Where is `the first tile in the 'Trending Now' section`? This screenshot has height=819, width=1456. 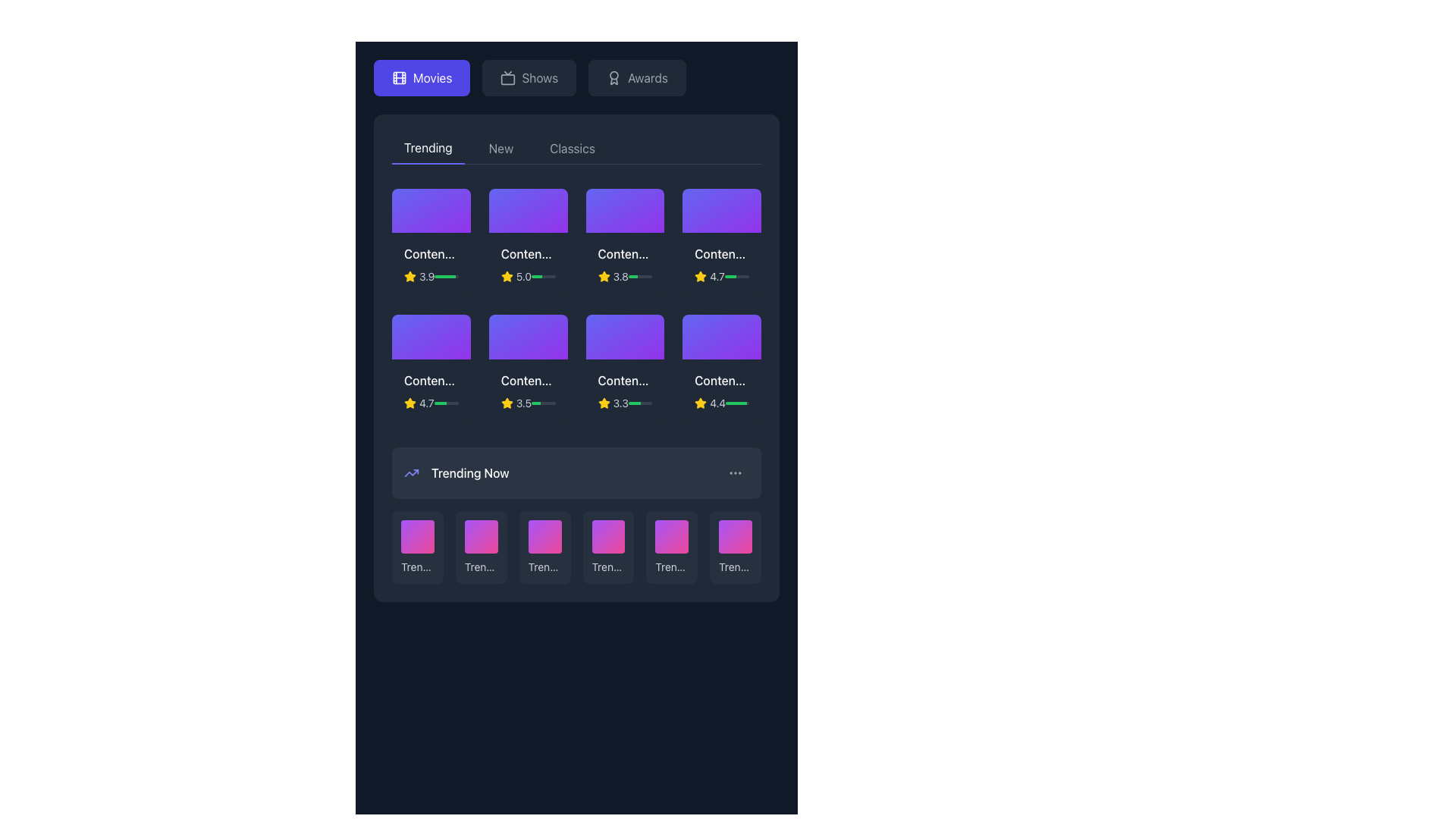
the first tile in the 'Trending Now' section is located at coordinates (417, 535).